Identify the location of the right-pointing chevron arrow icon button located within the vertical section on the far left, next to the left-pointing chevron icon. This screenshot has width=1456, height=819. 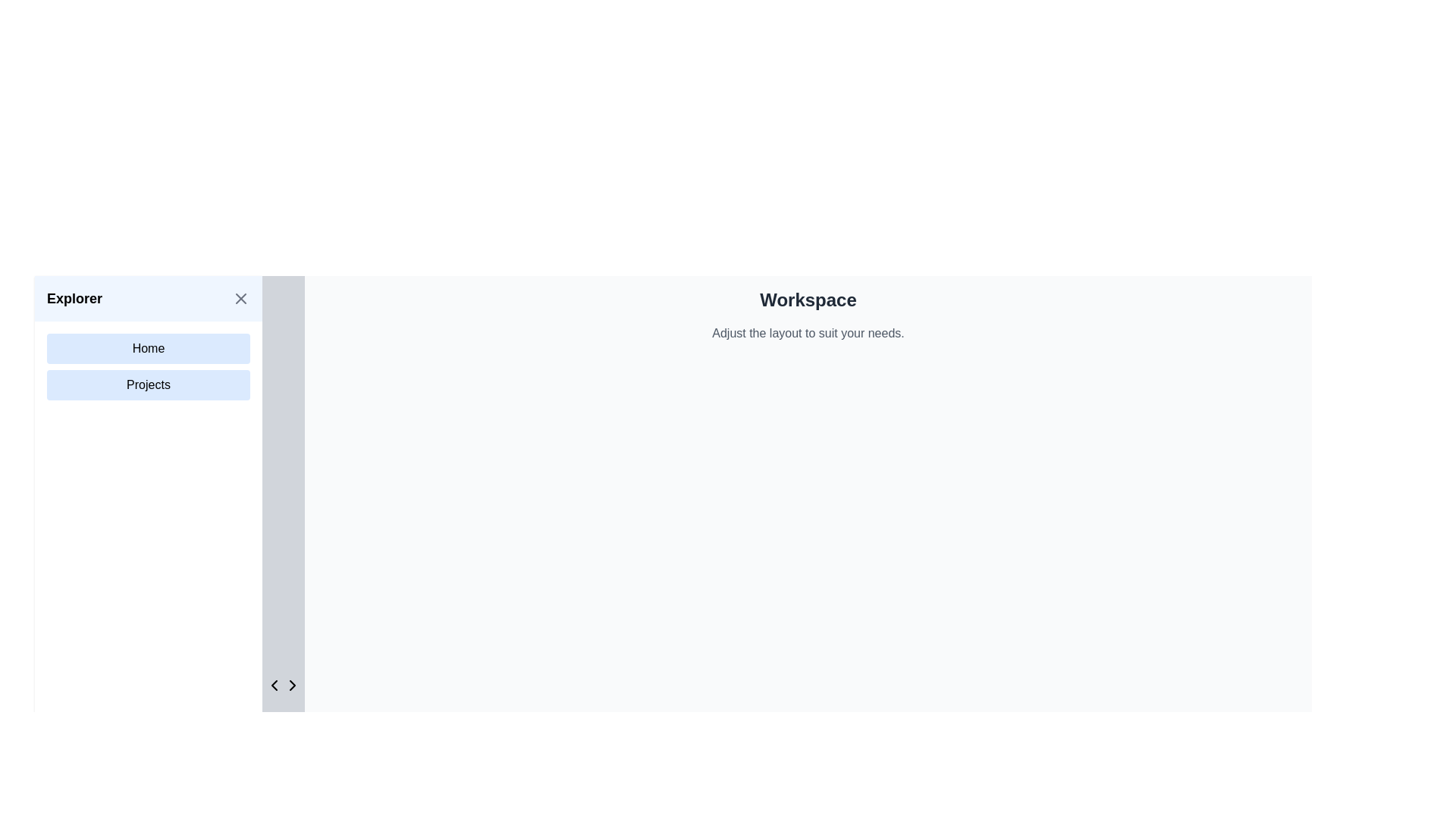
(292, 685).